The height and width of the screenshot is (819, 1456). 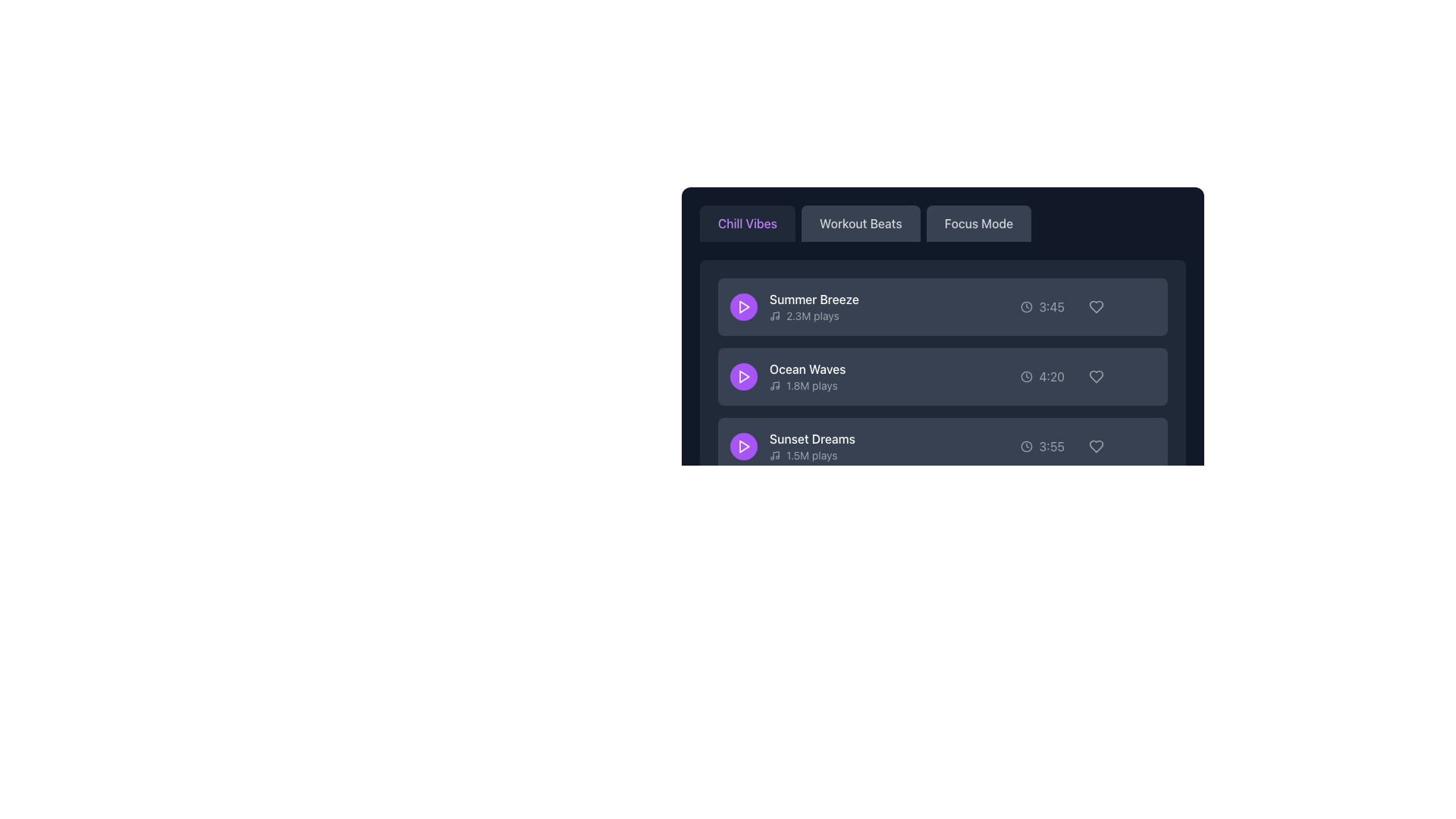 I want to click on text label that serves as the title or name of the listed music track, positioned immediately to the right of the purple play button, so click(x=813, y=299).